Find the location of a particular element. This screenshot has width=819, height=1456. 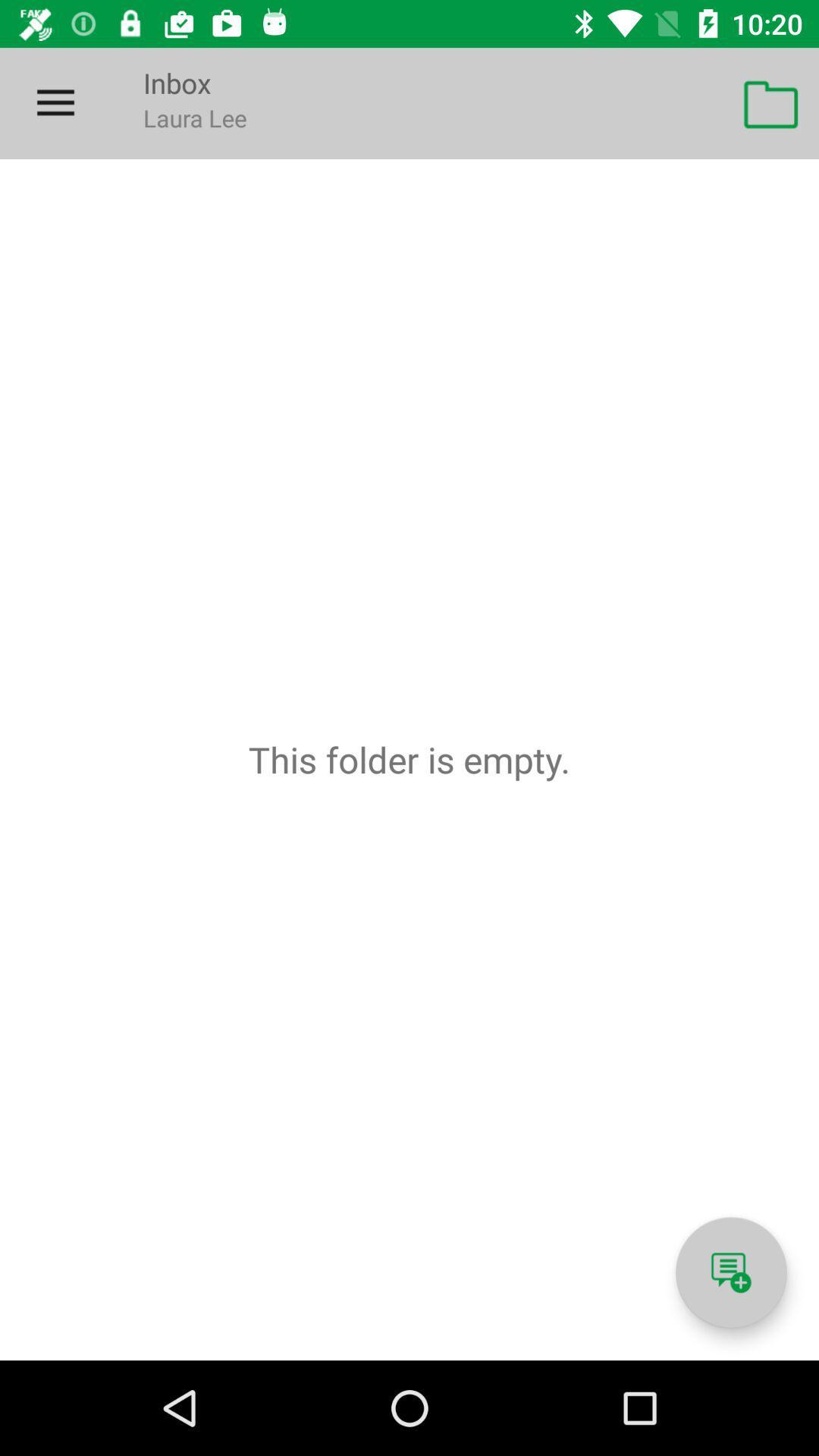

the chat icon is located at coordinates (730, 1272).